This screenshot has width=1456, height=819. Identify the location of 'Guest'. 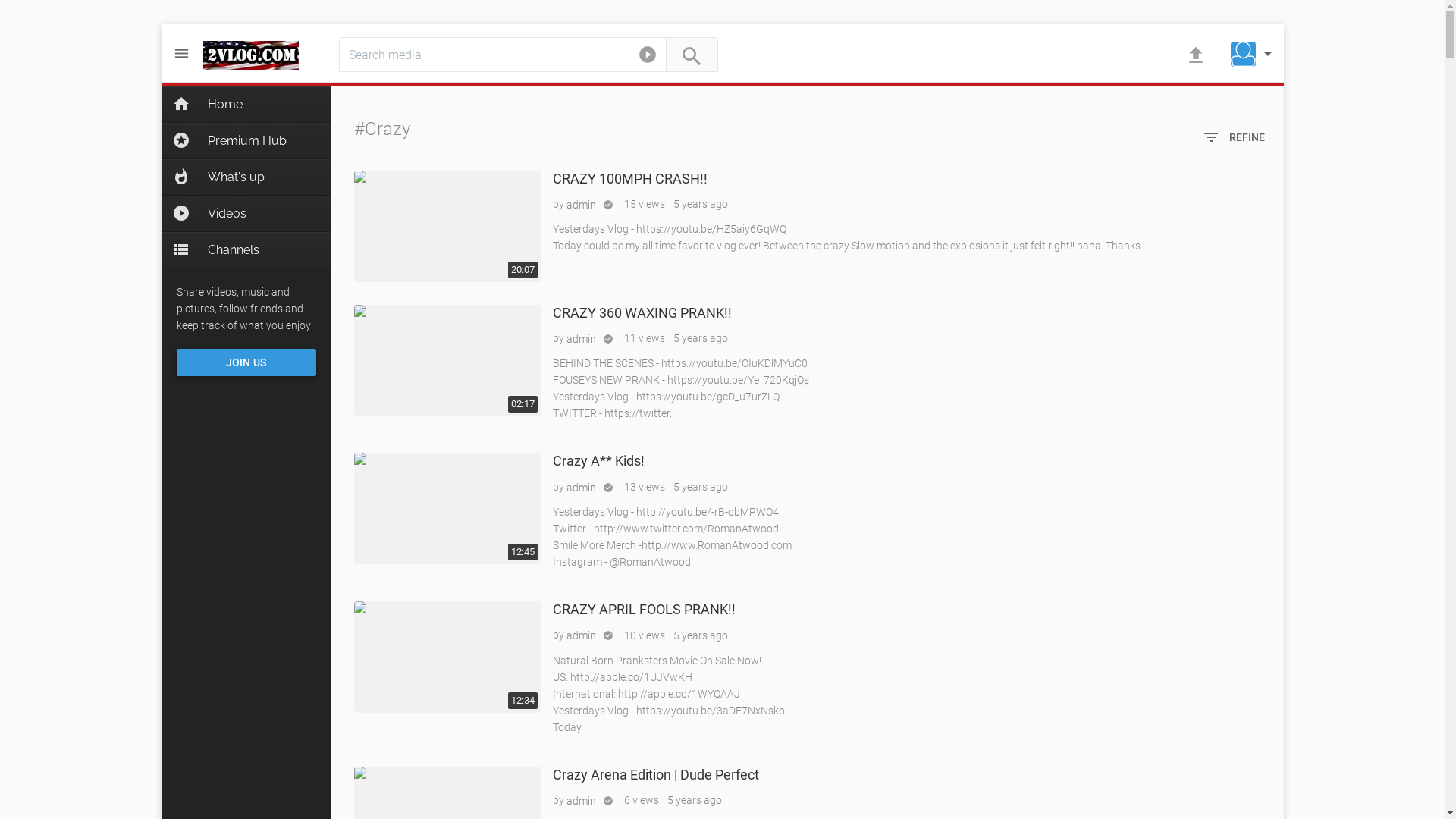
(1243, 53).